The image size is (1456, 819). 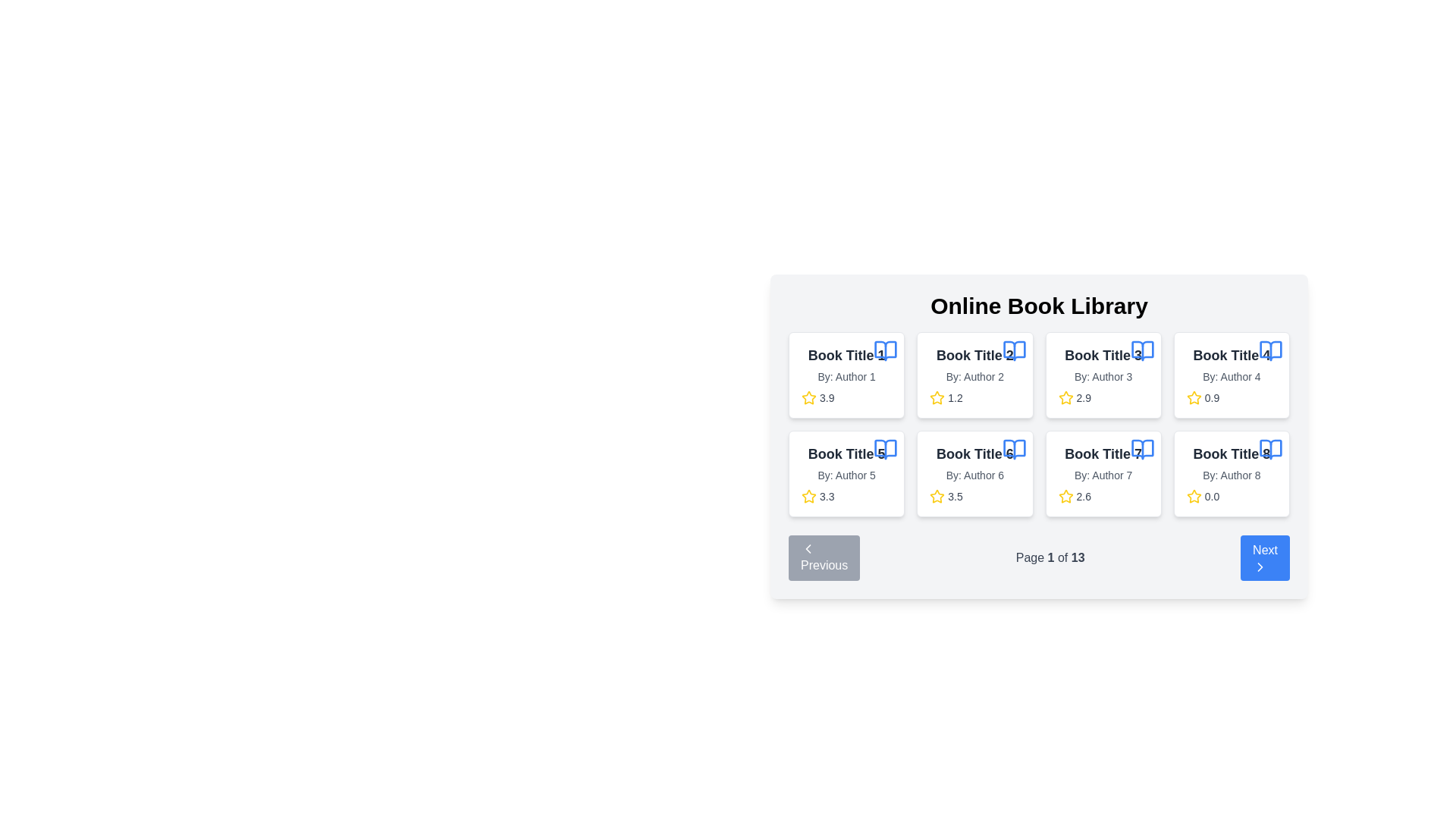 What do you see at coordinates (1232, 376) in the screenshot?
I see `text label displaying the author of the book titled 'Book Title 4', located beneath the title and above the rating section in the fourth book card` at bounding box center [1232, 376].